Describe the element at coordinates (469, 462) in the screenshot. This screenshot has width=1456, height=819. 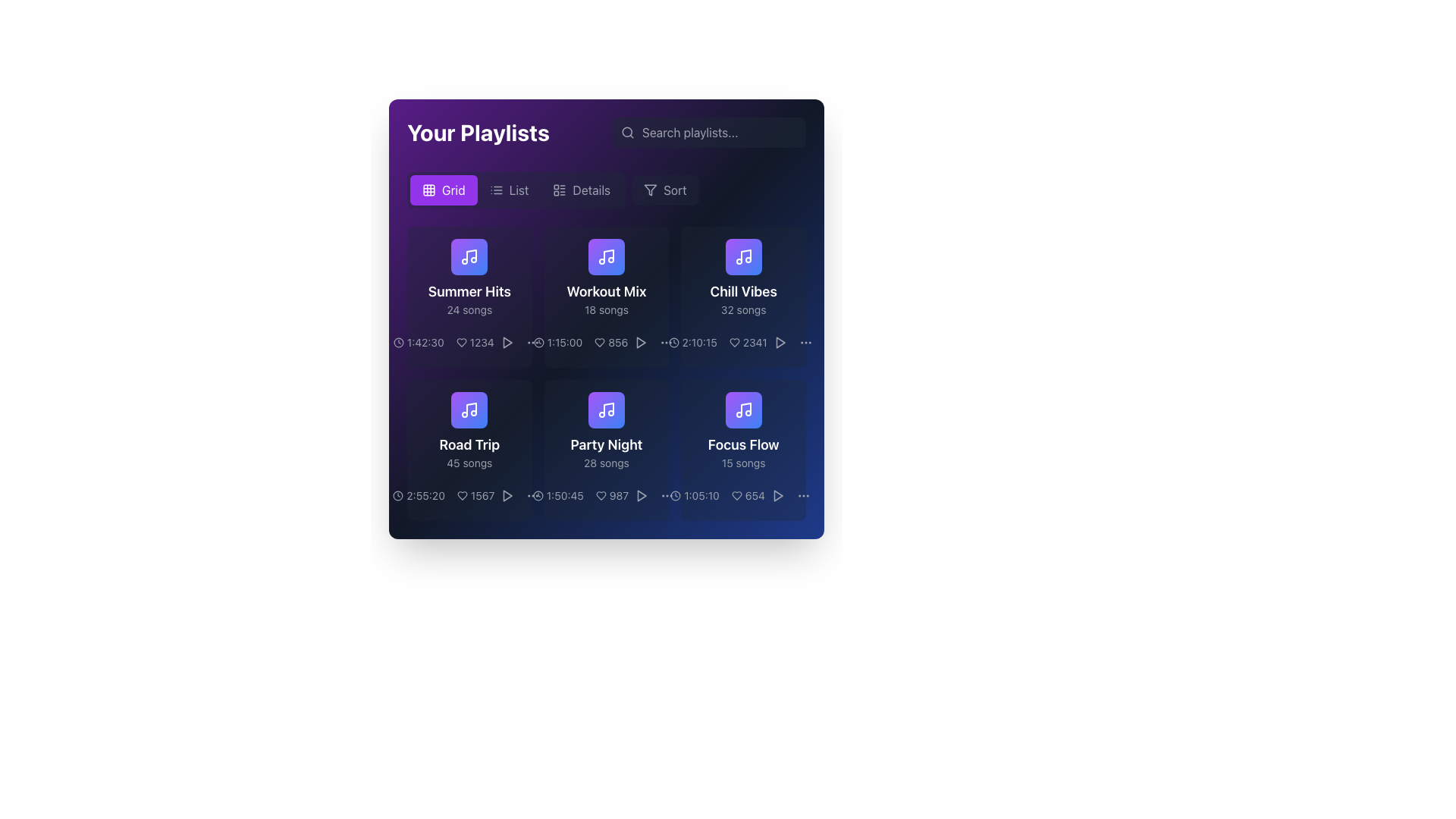
I see `the text label indicating the number of songs in the 'Road Trip' playlist, located in the bottom-left tile of the grid in the 'Your Playlists' section` at that location.